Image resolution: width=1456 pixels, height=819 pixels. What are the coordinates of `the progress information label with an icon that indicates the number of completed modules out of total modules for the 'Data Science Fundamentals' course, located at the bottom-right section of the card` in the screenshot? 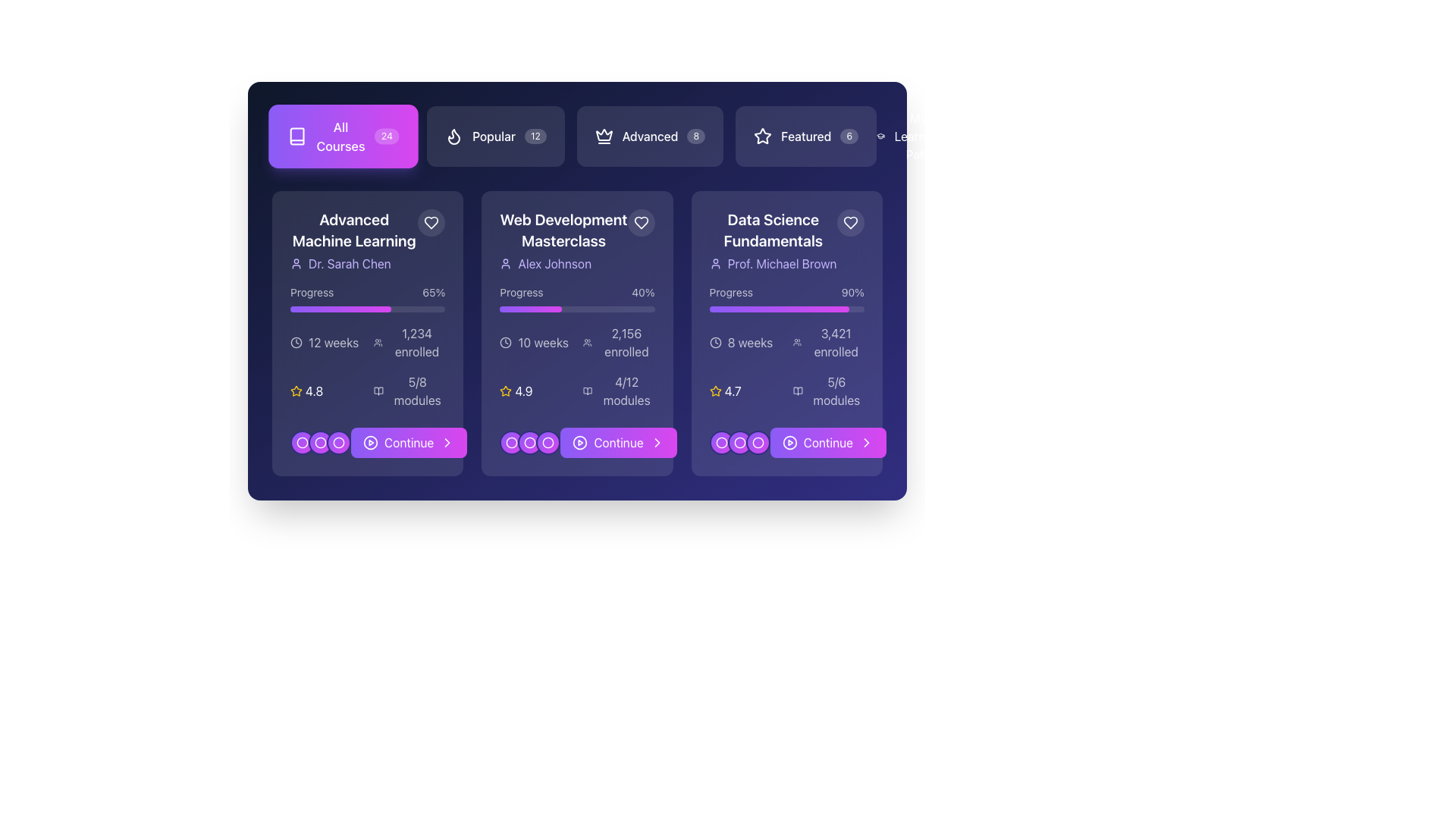 It's located at (827, 391).